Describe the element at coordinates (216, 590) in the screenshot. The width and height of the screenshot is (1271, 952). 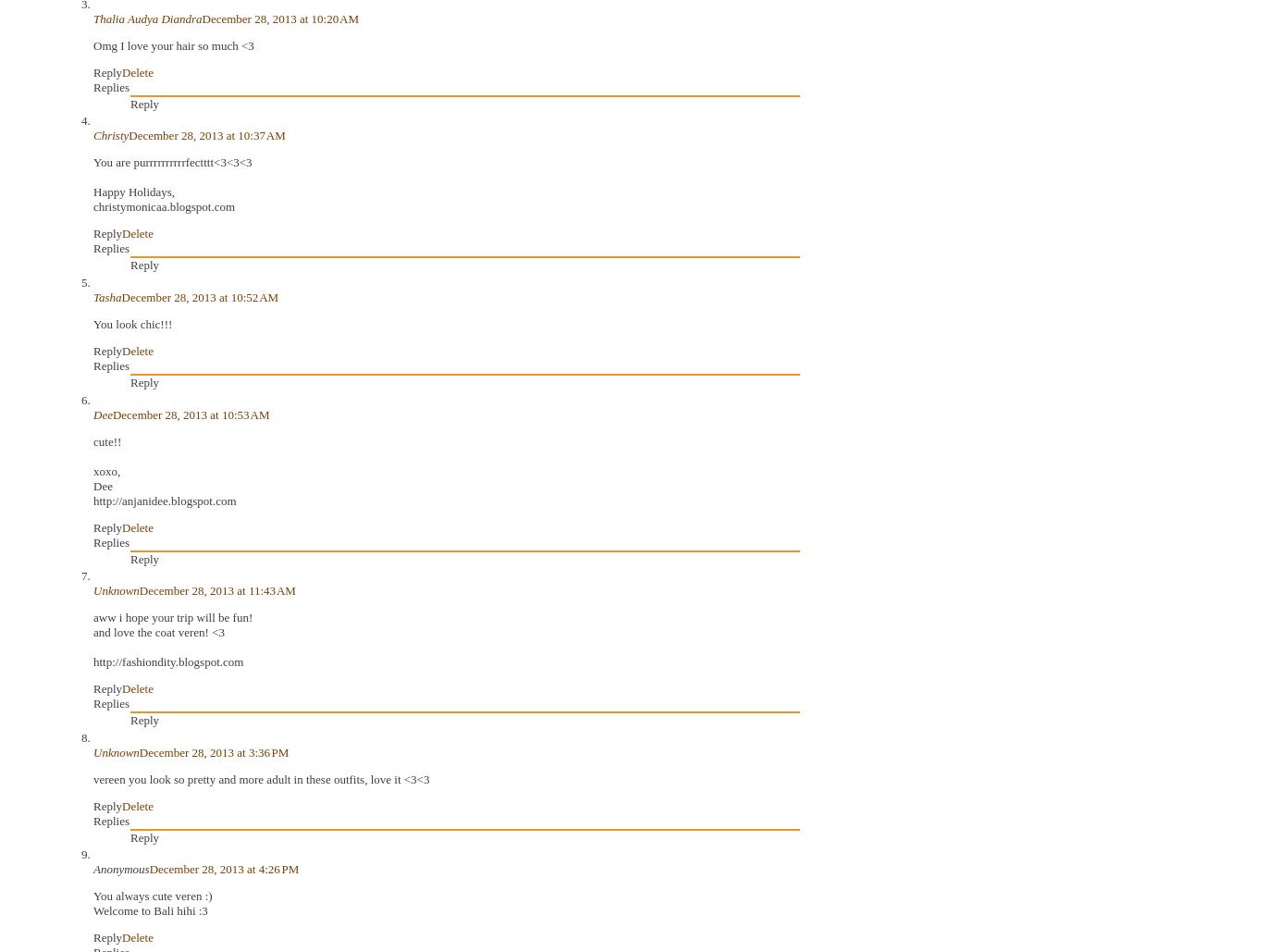
I see `'December 28, 2013 at 11:43 AM'` at that location.